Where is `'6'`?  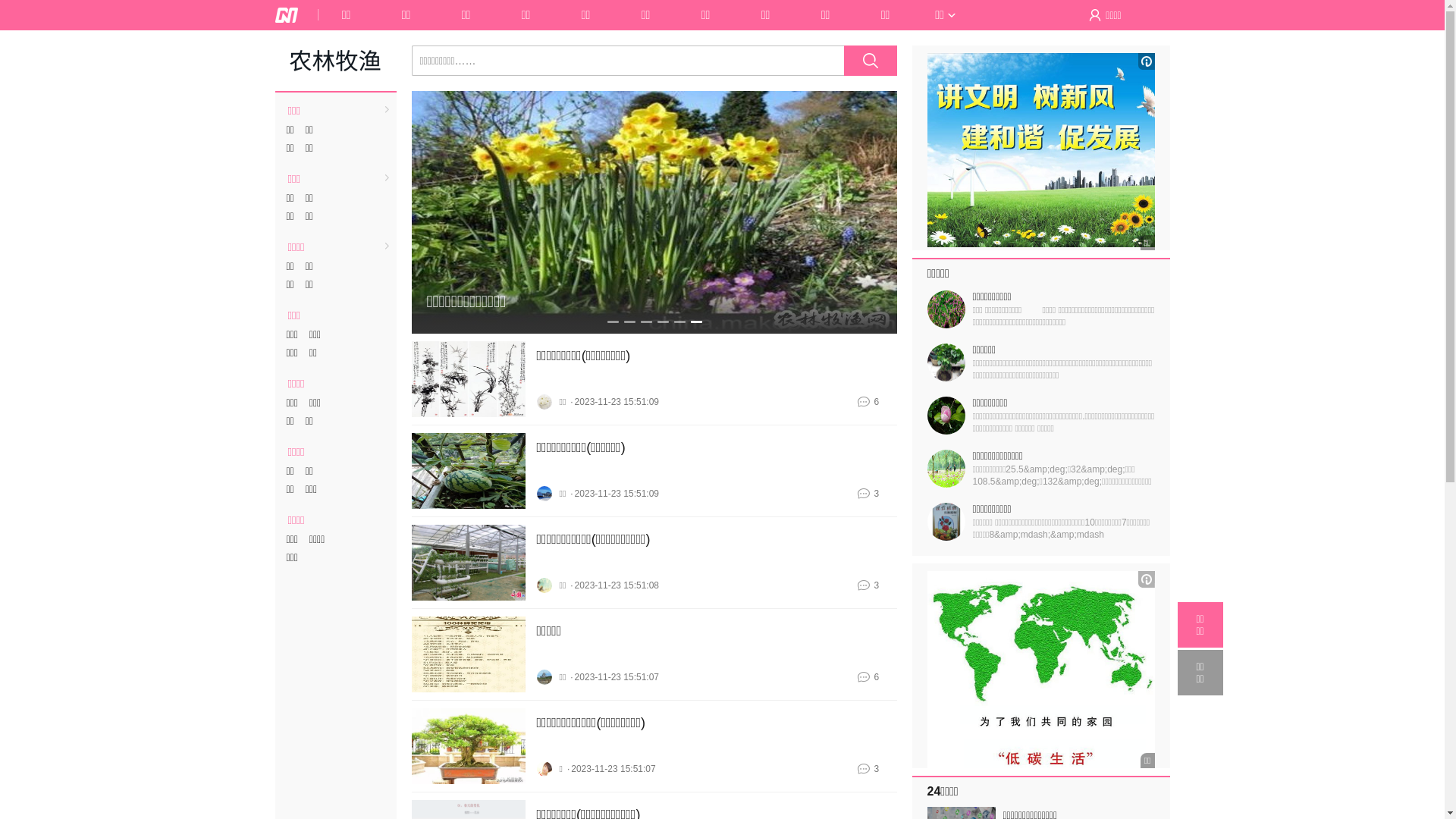 '6' is located at coordinates (877, 676).